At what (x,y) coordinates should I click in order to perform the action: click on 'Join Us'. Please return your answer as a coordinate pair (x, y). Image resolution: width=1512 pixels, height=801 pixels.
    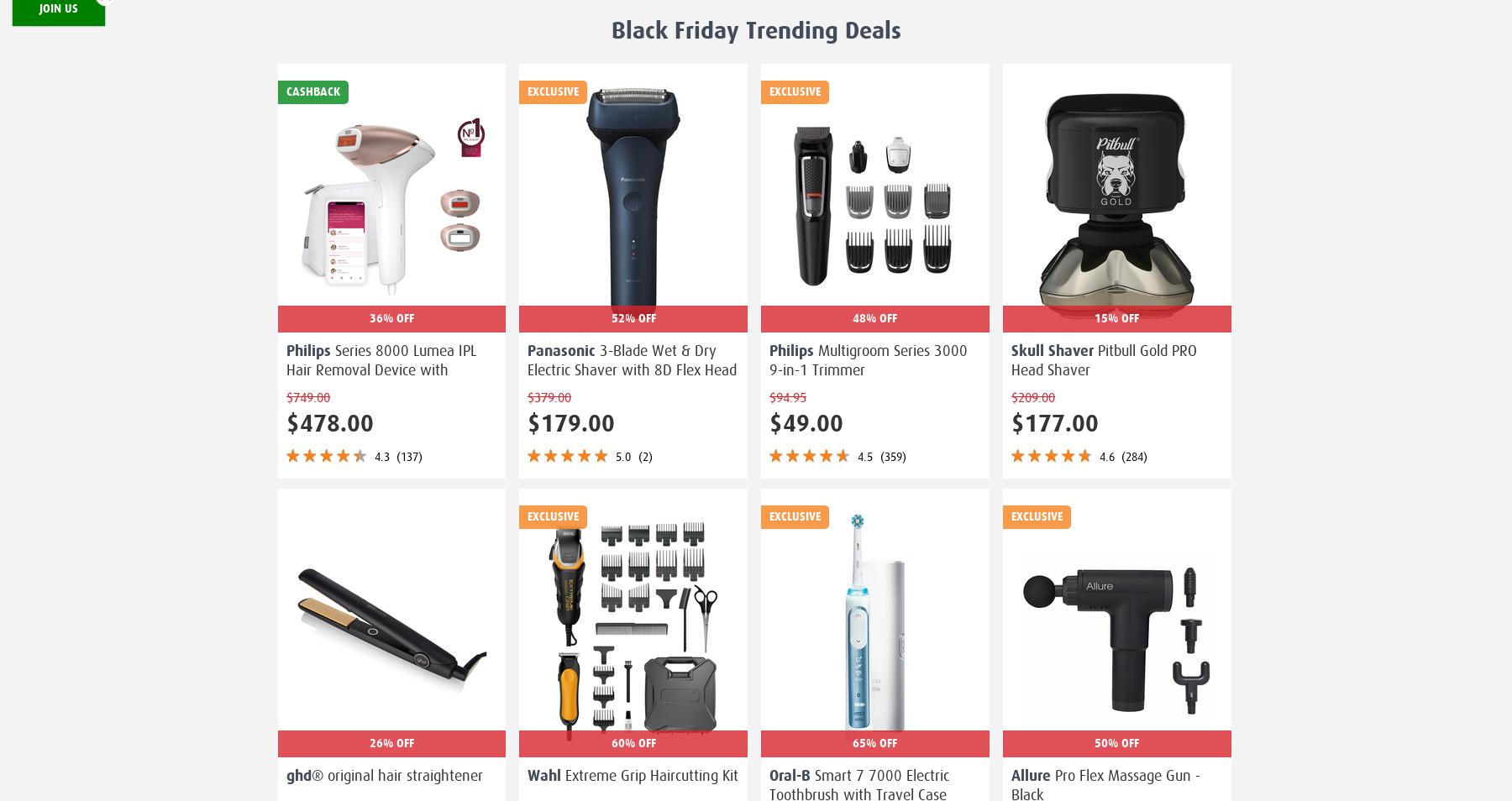
    Looking at the image, I should click on (58, 8).